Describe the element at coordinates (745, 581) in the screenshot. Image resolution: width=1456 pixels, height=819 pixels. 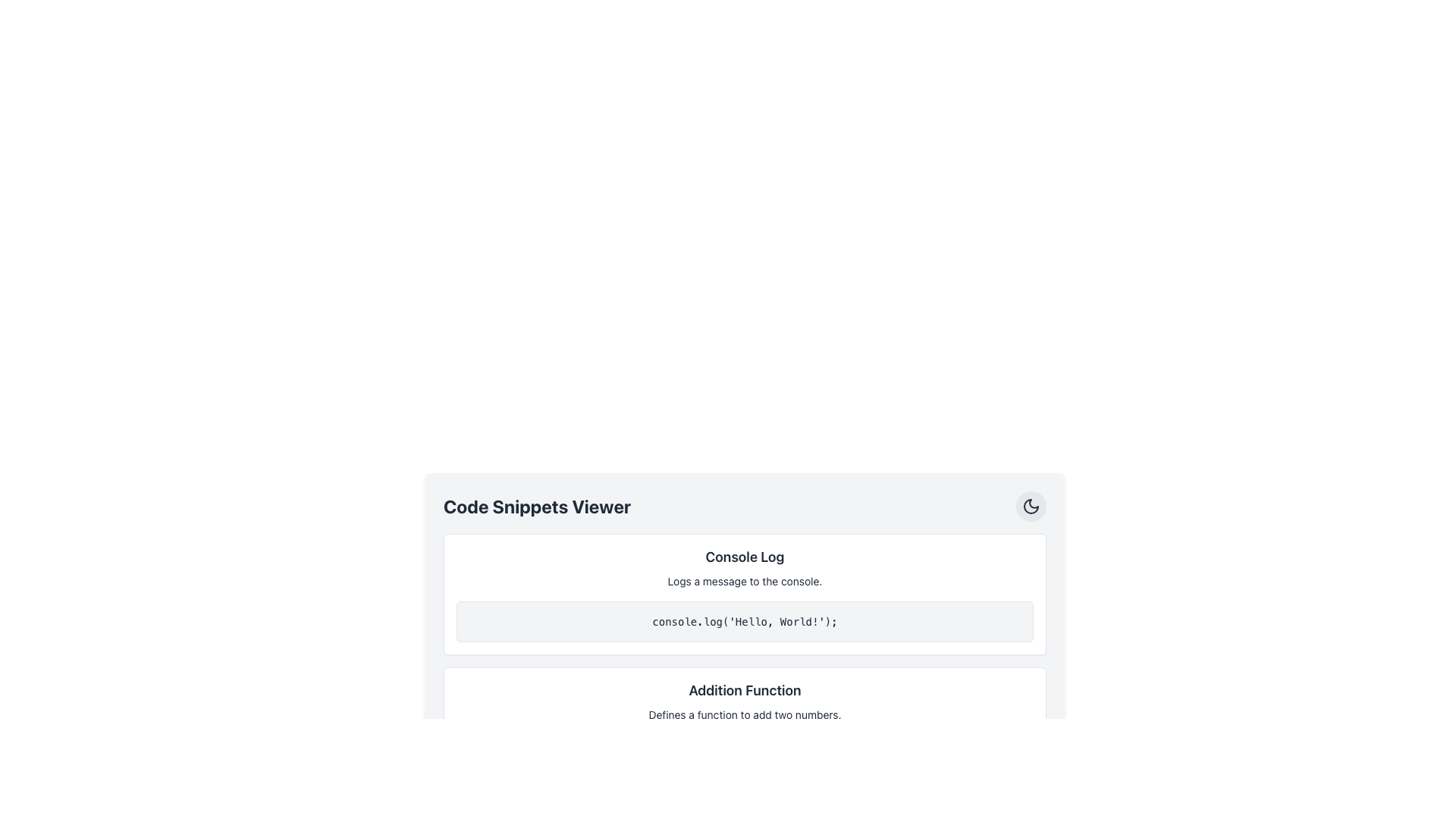
I see `text description from the Text Label displaying 'Logs a message to the console.' located below the title 'Console Log'` at that location.